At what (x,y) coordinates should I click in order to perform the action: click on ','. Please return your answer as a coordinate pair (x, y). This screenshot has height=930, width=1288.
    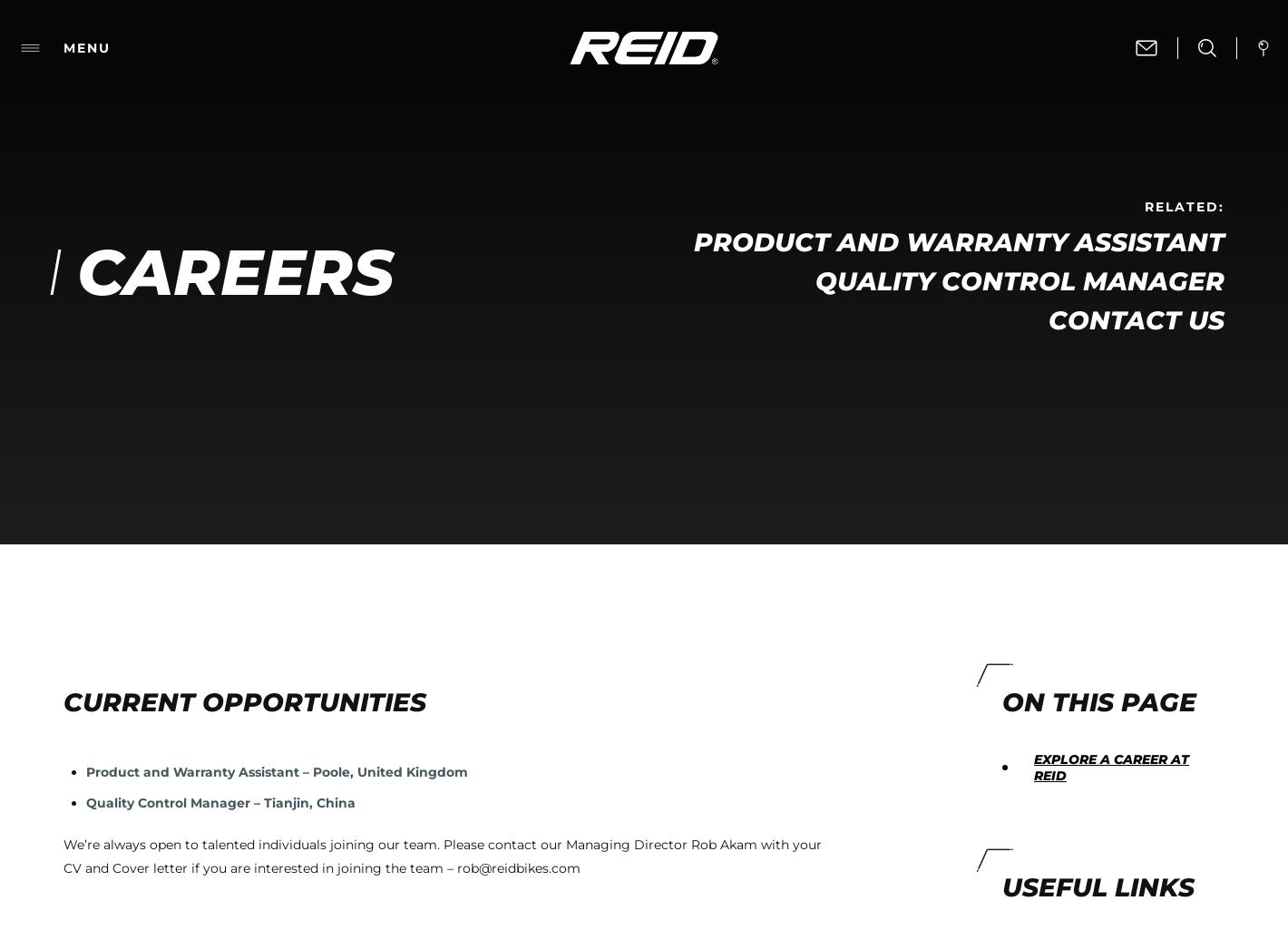
    Looking at the image, I should click on (747, 134).